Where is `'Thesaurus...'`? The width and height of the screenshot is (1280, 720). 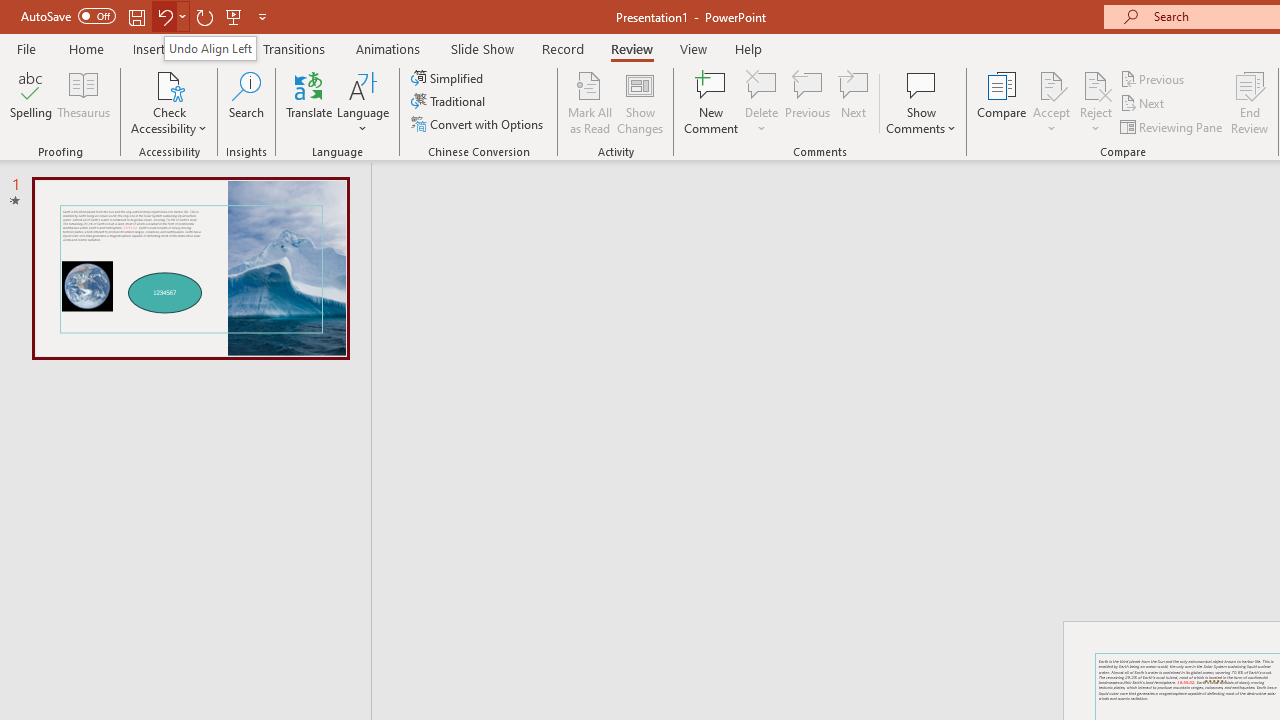
'Thesaurus...' is located at coordinates (82, 103).